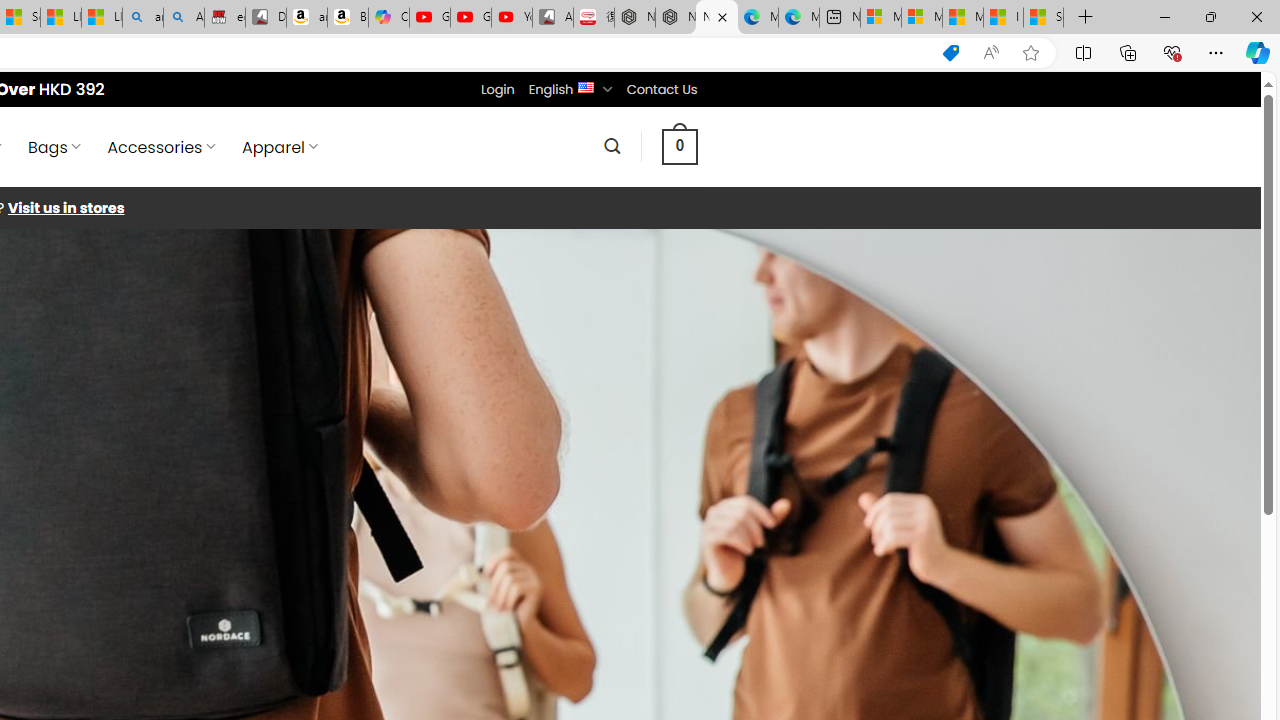 This screenshot has height=720, width=1280. I want to click on 'This site has coupons! Shopping in Microsoft Edge', so click(950, 52).